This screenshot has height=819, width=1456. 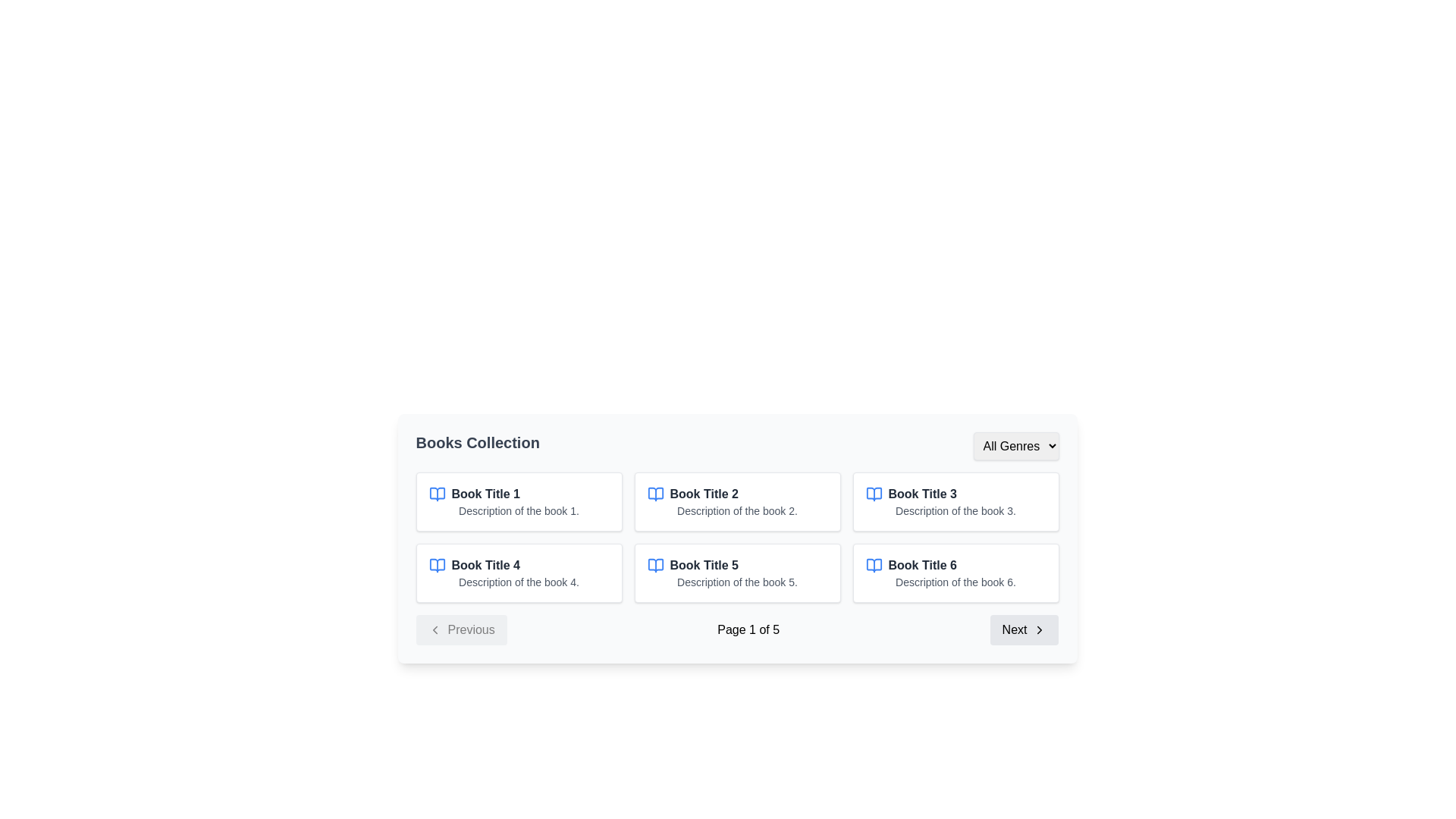 What do you see at coordinates (519, 565) in the screenshot?
I see `the Label with icon displaying 'Book Title 4' which includes an open book icon and bolded text, located in the second row of the 'Books Collection' interface` at bounding box center [519, 565].